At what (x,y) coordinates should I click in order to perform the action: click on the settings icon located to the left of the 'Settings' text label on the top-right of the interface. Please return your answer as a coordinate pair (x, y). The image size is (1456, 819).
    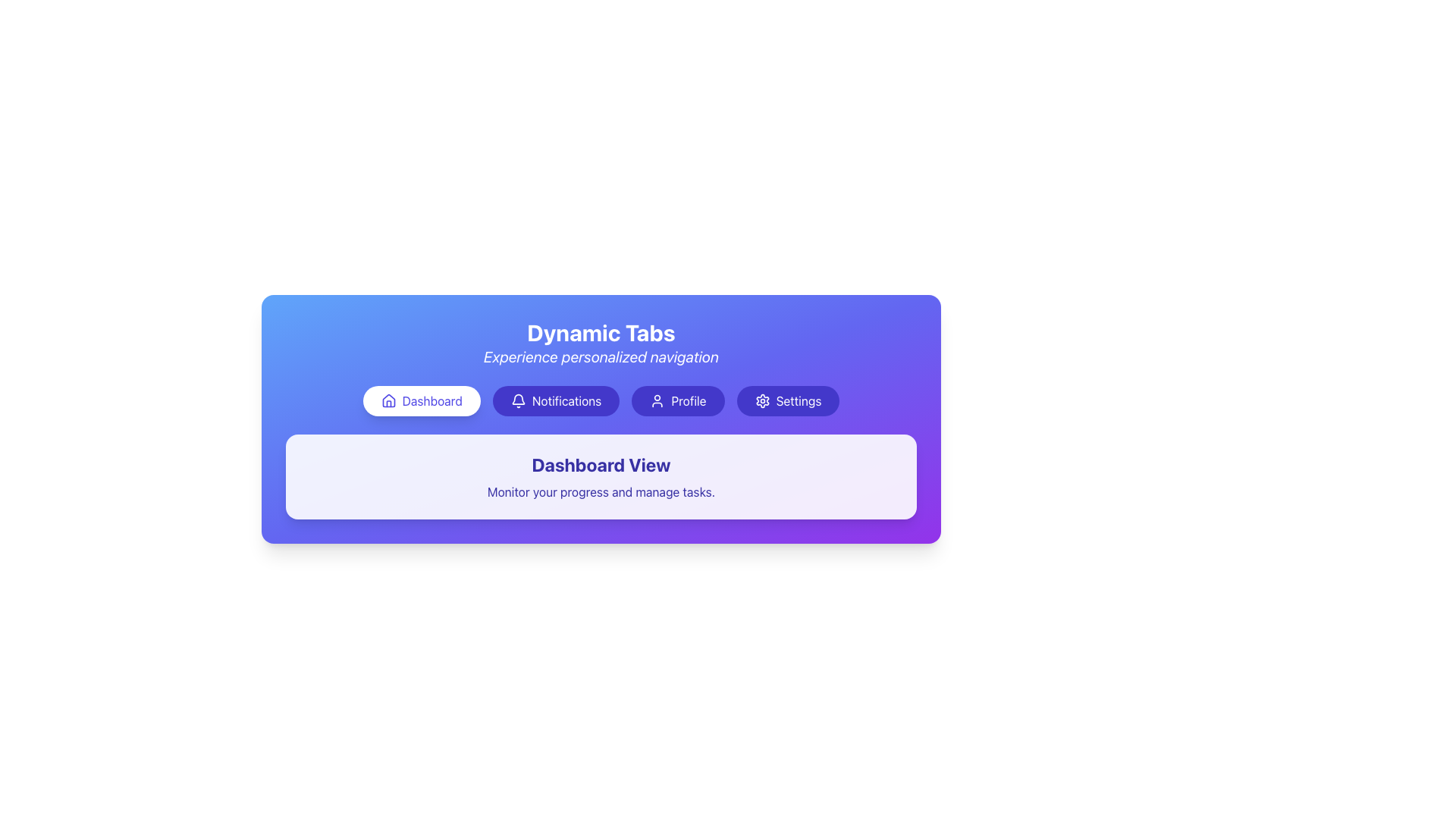
    Looking at the image, I should click on (762, 400).